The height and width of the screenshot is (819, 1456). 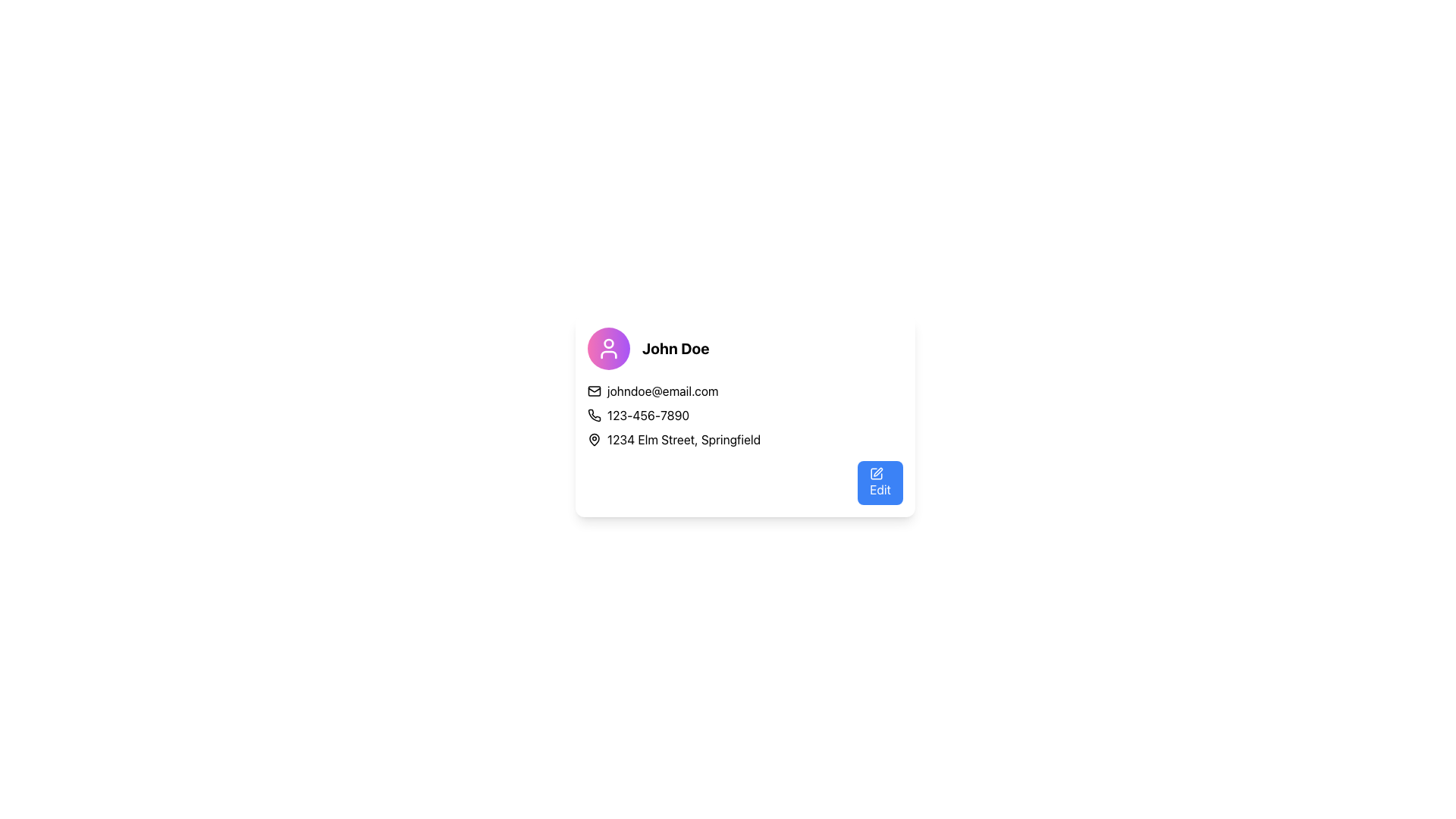 I want to click on the static text displaying the email 'johndoe@email.com' which is located below the name 'John Doe' in the user information card, so click(x=663, y=391).